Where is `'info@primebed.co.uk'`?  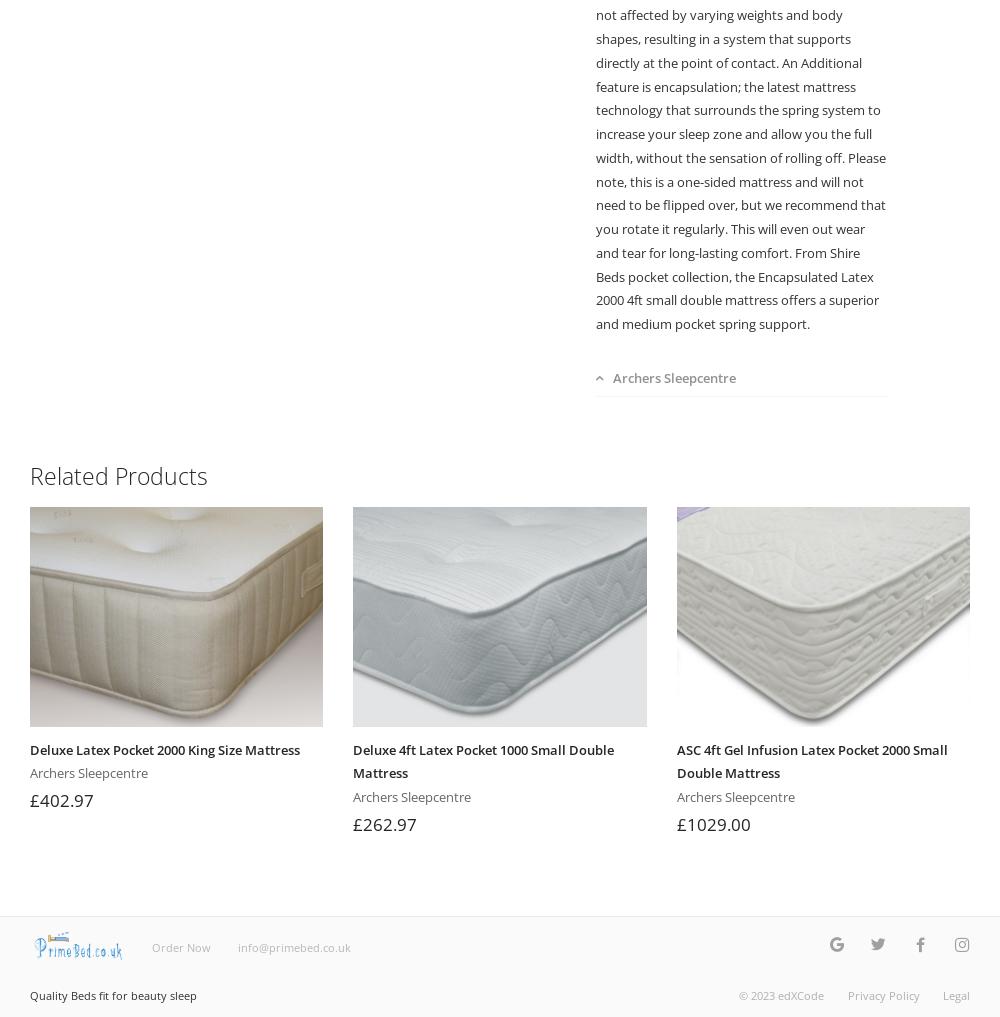 'info@primebed.co.uk' is located at coordinates (236, 945).